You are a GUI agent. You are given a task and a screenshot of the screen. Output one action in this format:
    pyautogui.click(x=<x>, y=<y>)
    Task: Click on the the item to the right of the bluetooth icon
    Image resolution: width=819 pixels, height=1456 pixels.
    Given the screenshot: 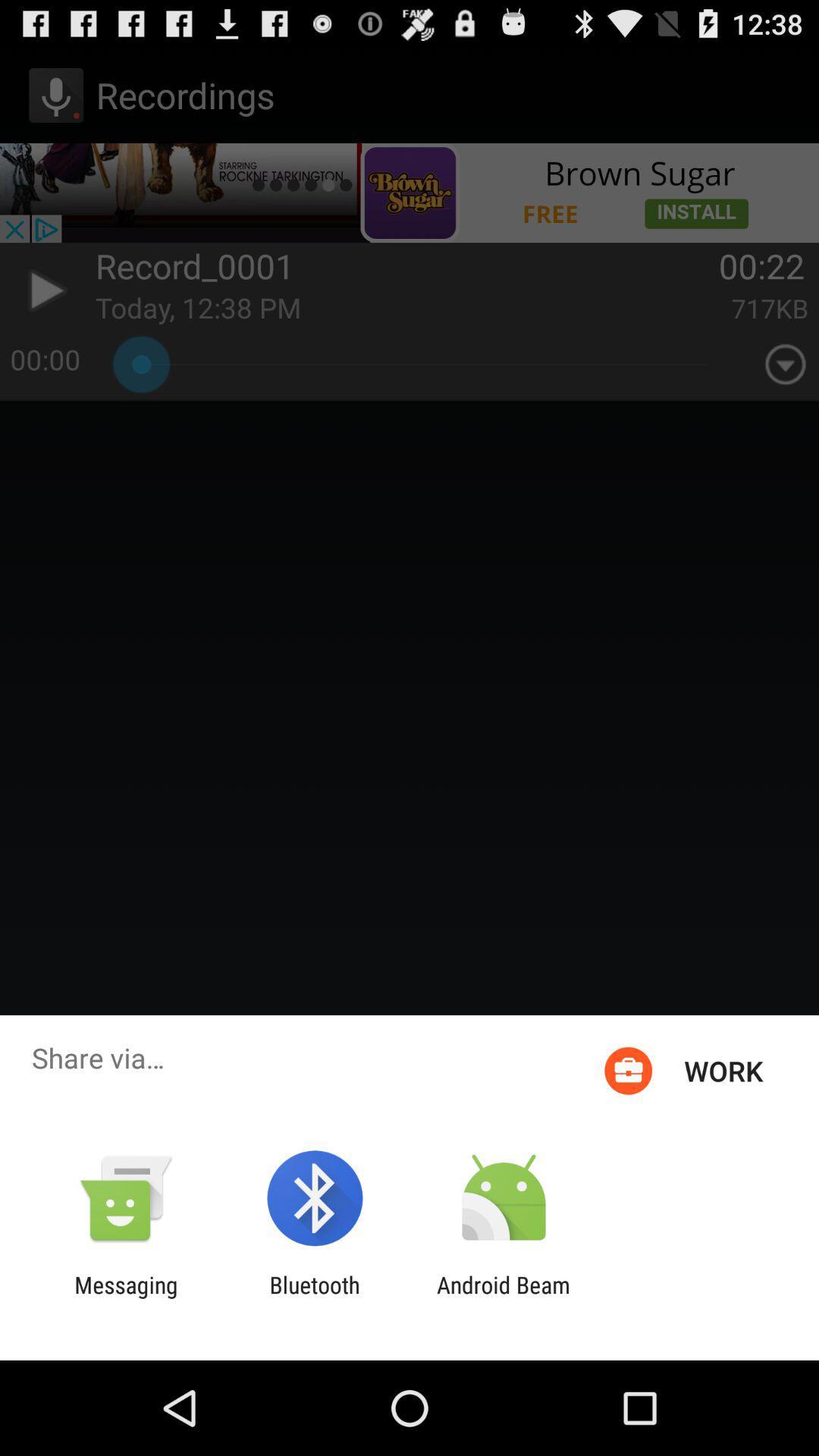 What is the action you would take?
    pyautogui.click(x=504, y=1298)
    